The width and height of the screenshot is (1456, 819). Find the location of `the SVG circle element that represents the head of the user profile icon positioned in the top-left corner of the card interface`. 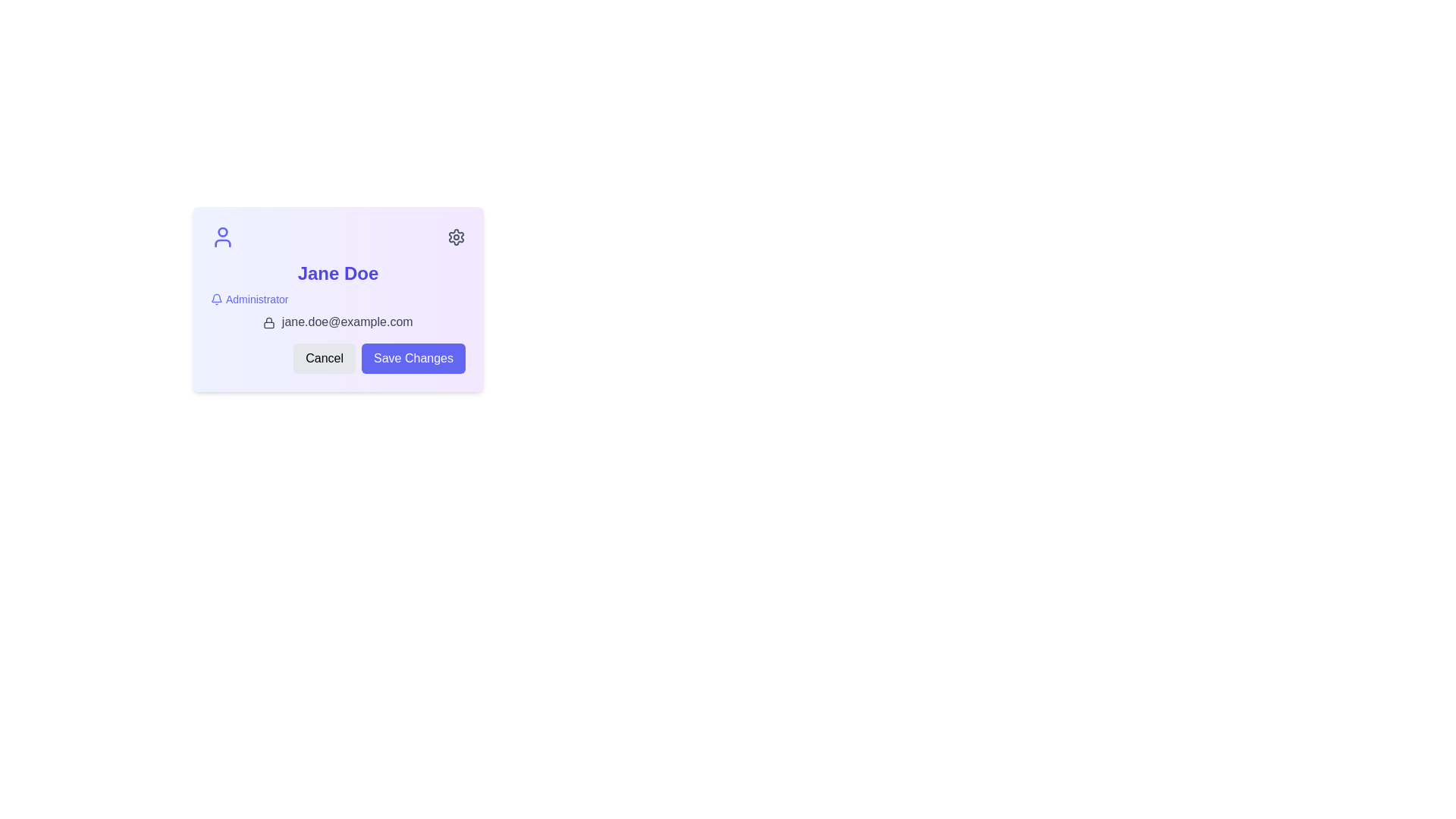

the SVG circle element that represents the head of the user profile icon positioned in the top-left corner of the card interface is located at coordinates (221, 231).